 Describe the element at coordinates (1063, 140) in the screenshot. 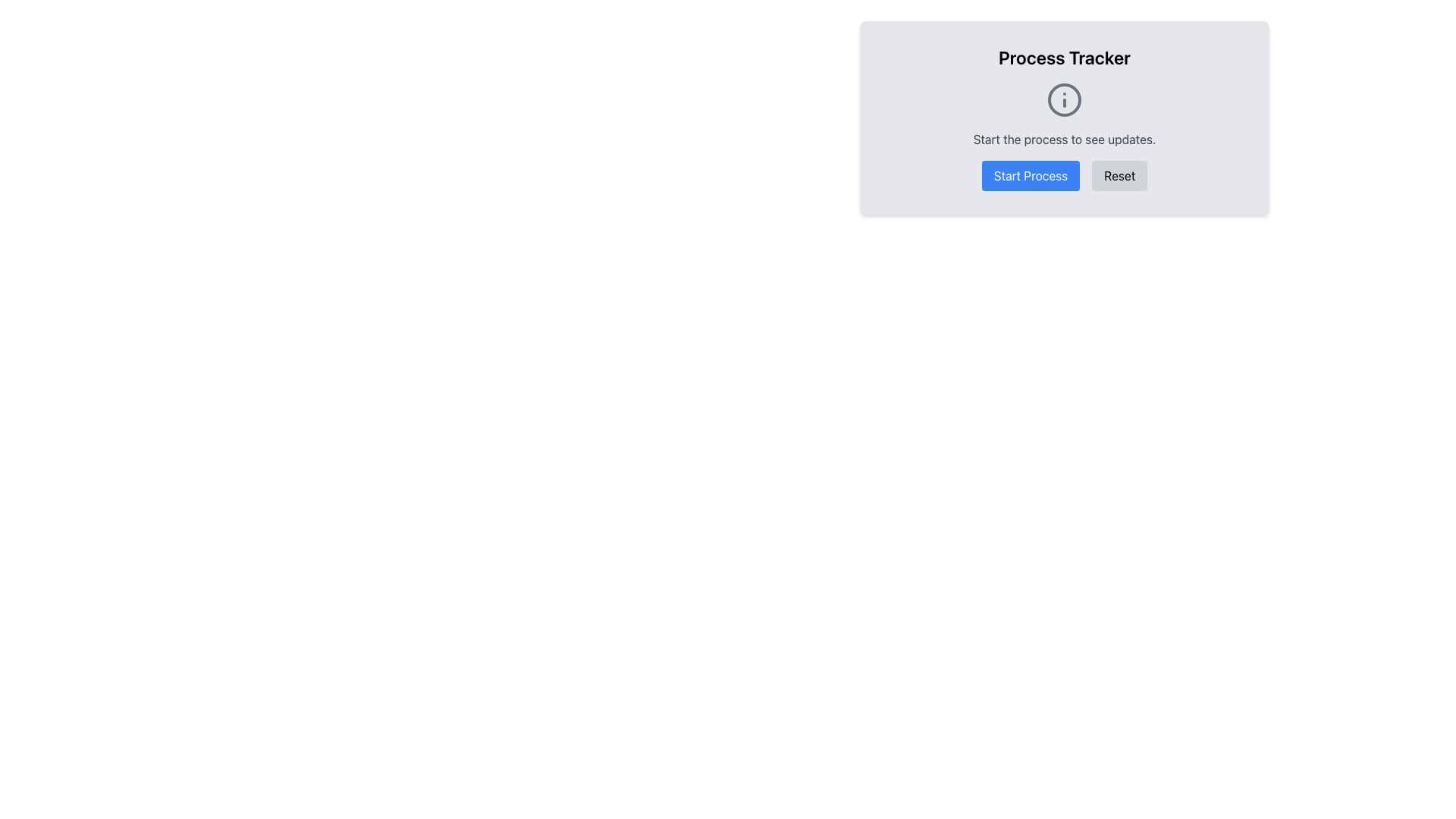

I see `the Text label that informs the user about initiating an action to observe progress, located directly below a circular icon and above the 'Start Process' and 'Reset' buttons` at that location.